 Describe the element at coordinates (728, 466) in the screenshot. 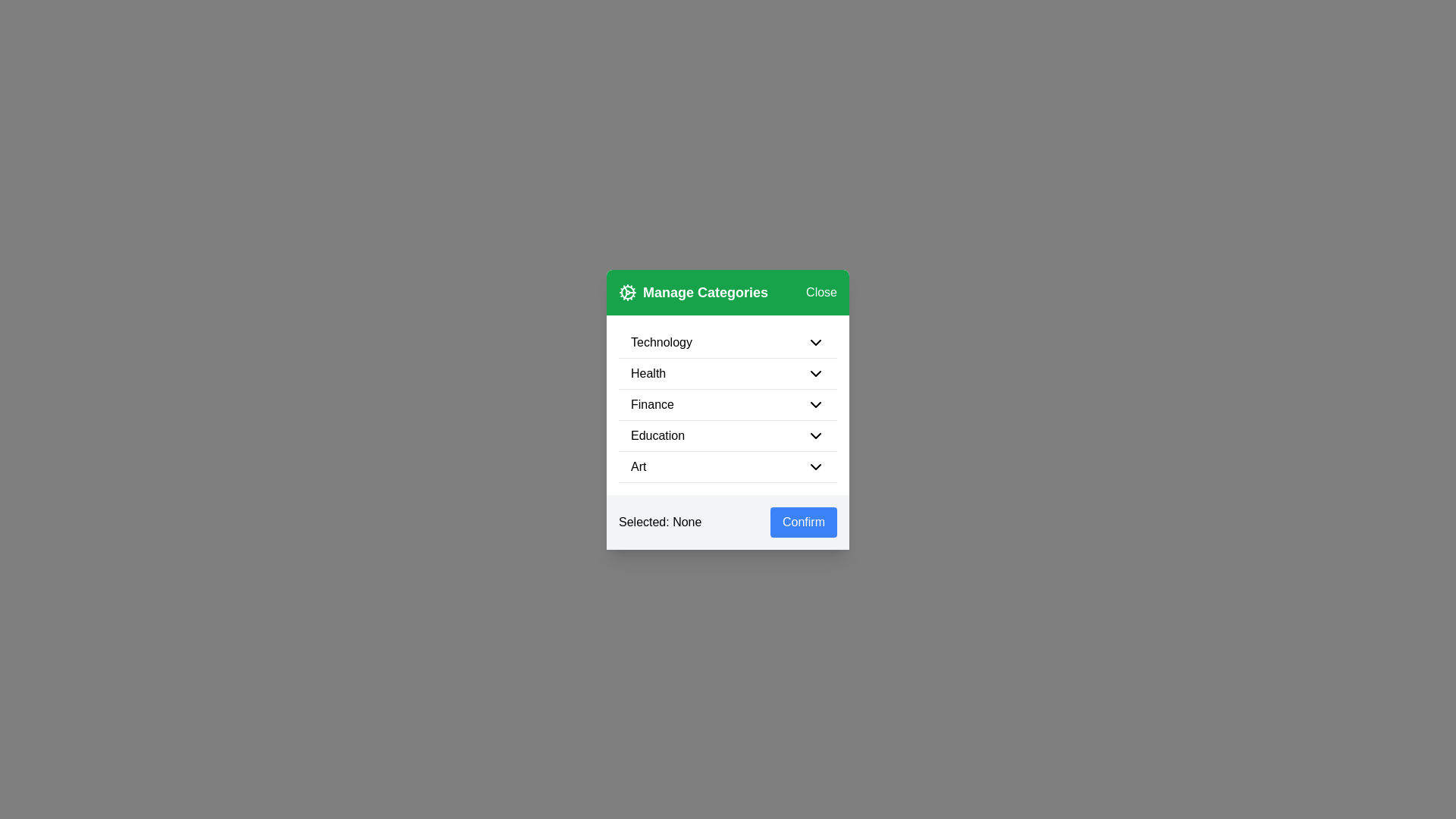

I see `the row corresponding to the category Art` at that location.